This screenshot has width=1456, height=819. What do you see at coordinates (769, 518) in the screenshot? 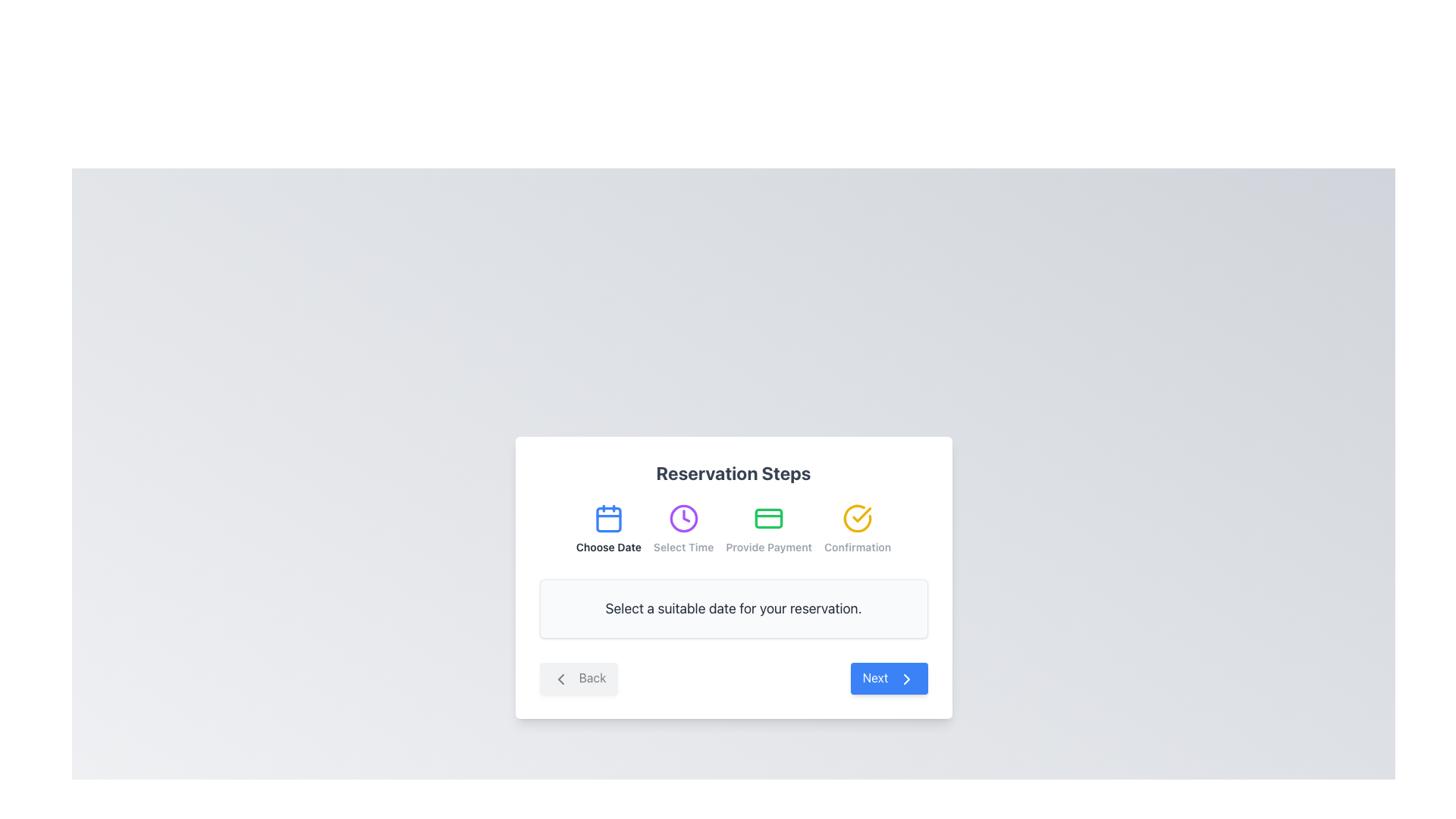
I see `the credit card icon in the 'Provide Payment' section of the 'Reservation Steps' UI component to indicate the payment step in the reservation process` at bounding box center [769, 518].